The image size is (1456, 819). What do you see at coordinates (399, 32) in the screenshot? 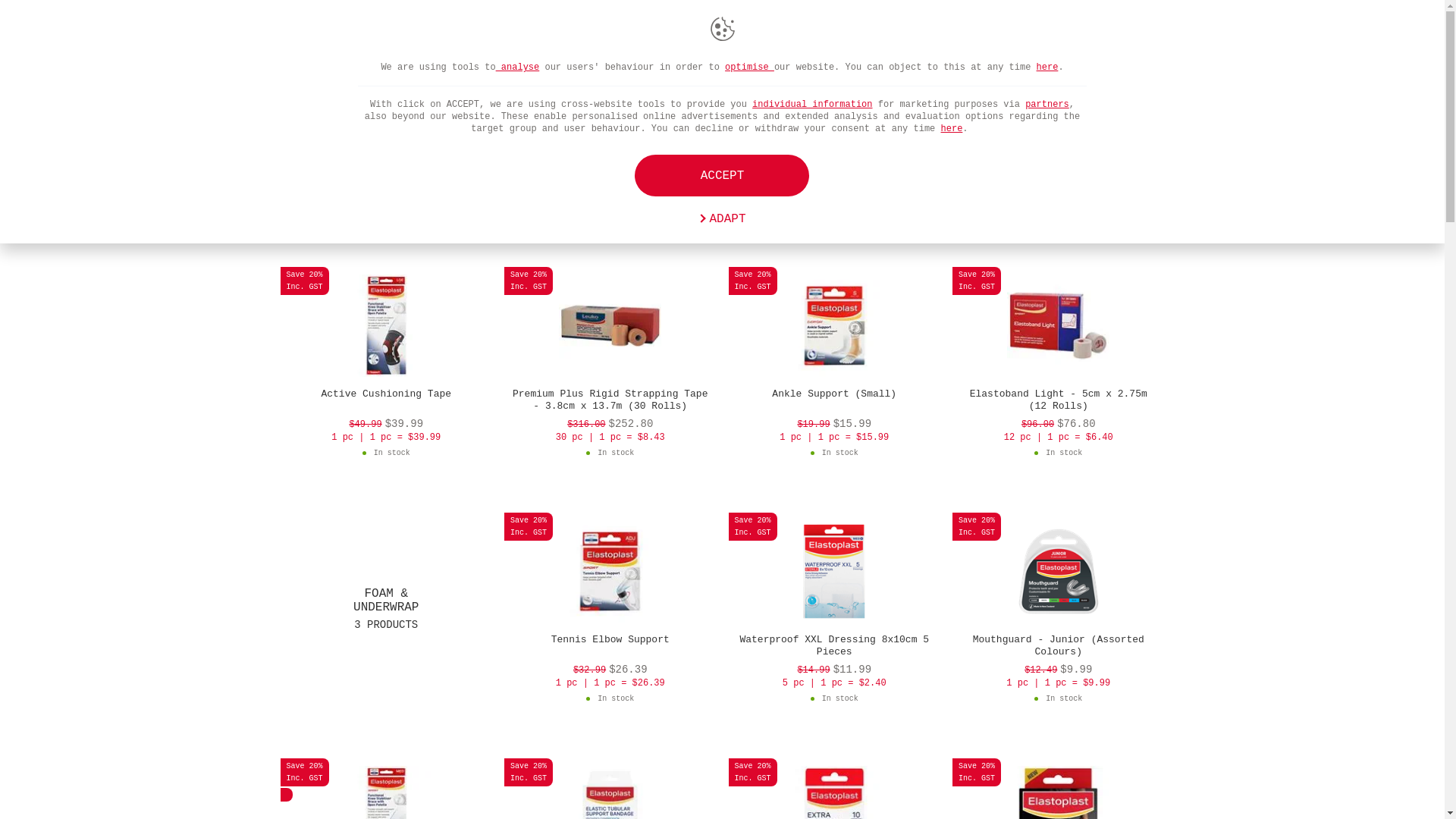
I see `'PRODUCTS'` at bounding box center [399, 32].